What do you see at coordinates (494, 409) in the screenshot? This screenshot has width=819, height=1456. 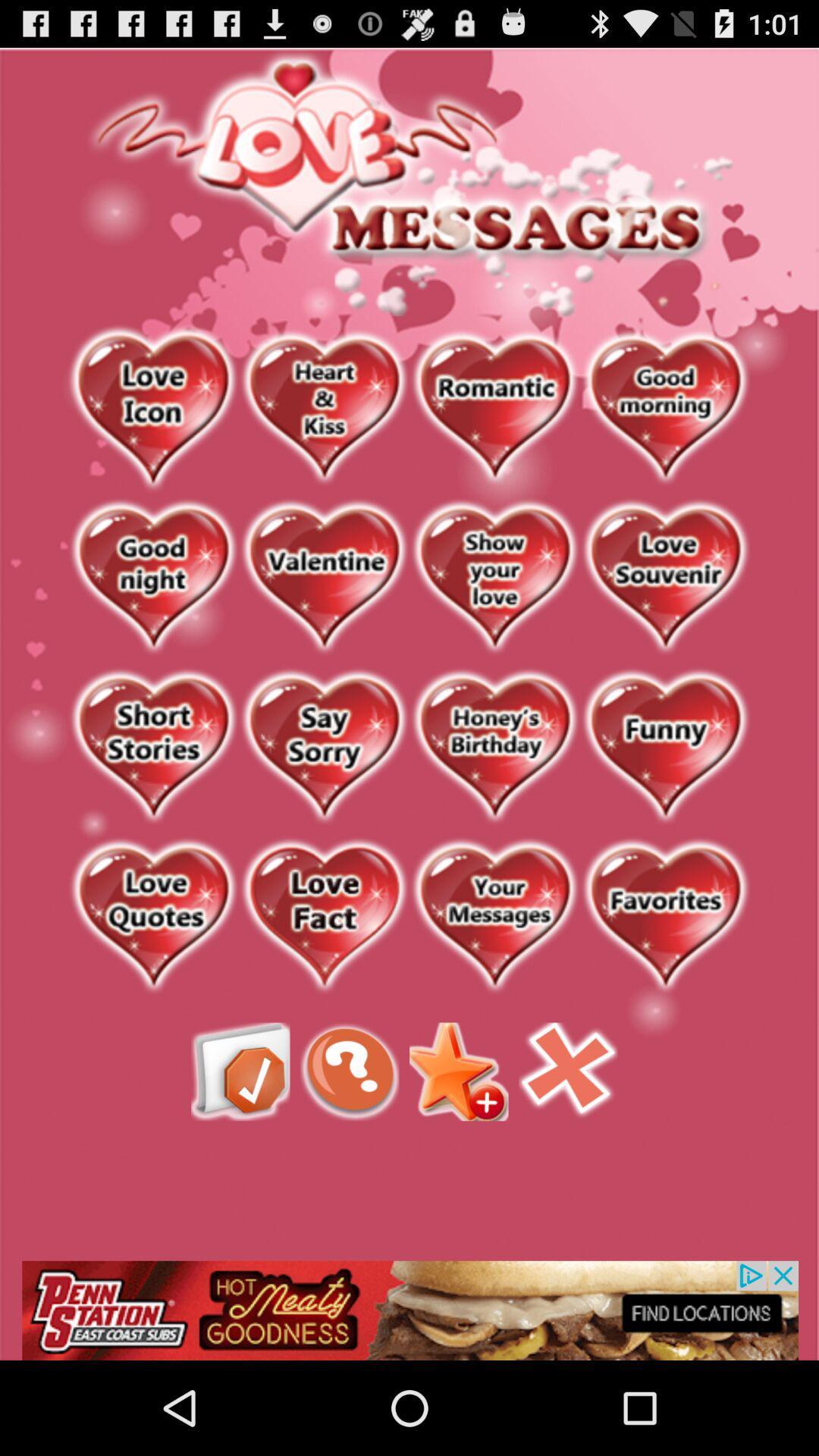 I see `romantic` at bounding box center [494, 409].